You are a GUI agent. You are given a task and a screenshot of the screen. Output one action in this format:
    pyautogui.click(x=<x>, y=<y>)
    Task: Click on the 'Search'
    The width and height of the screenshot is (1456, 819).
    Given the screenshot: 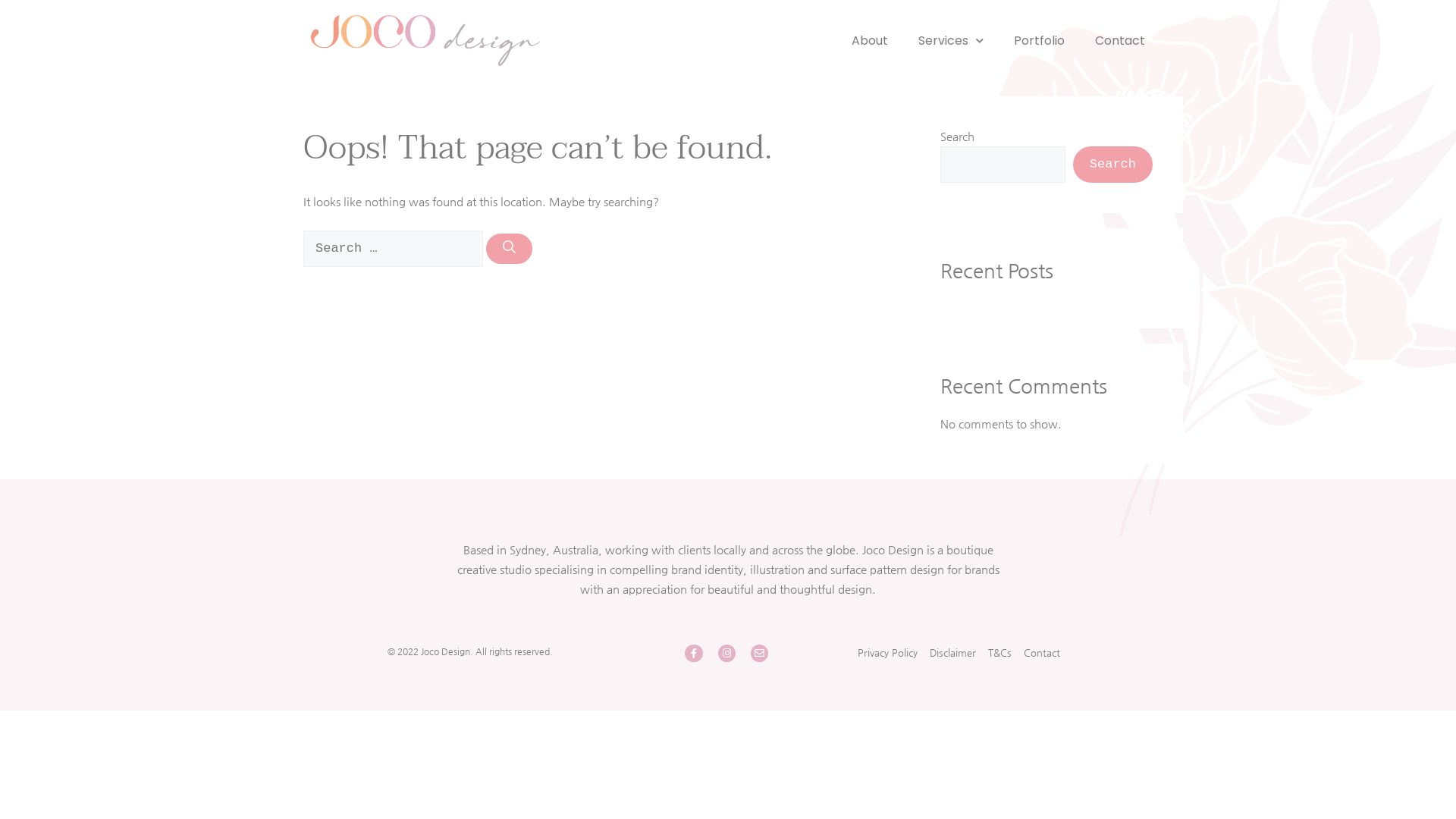 What is the action you would take?
    pyautogui.click(x=1112, y=164)
    